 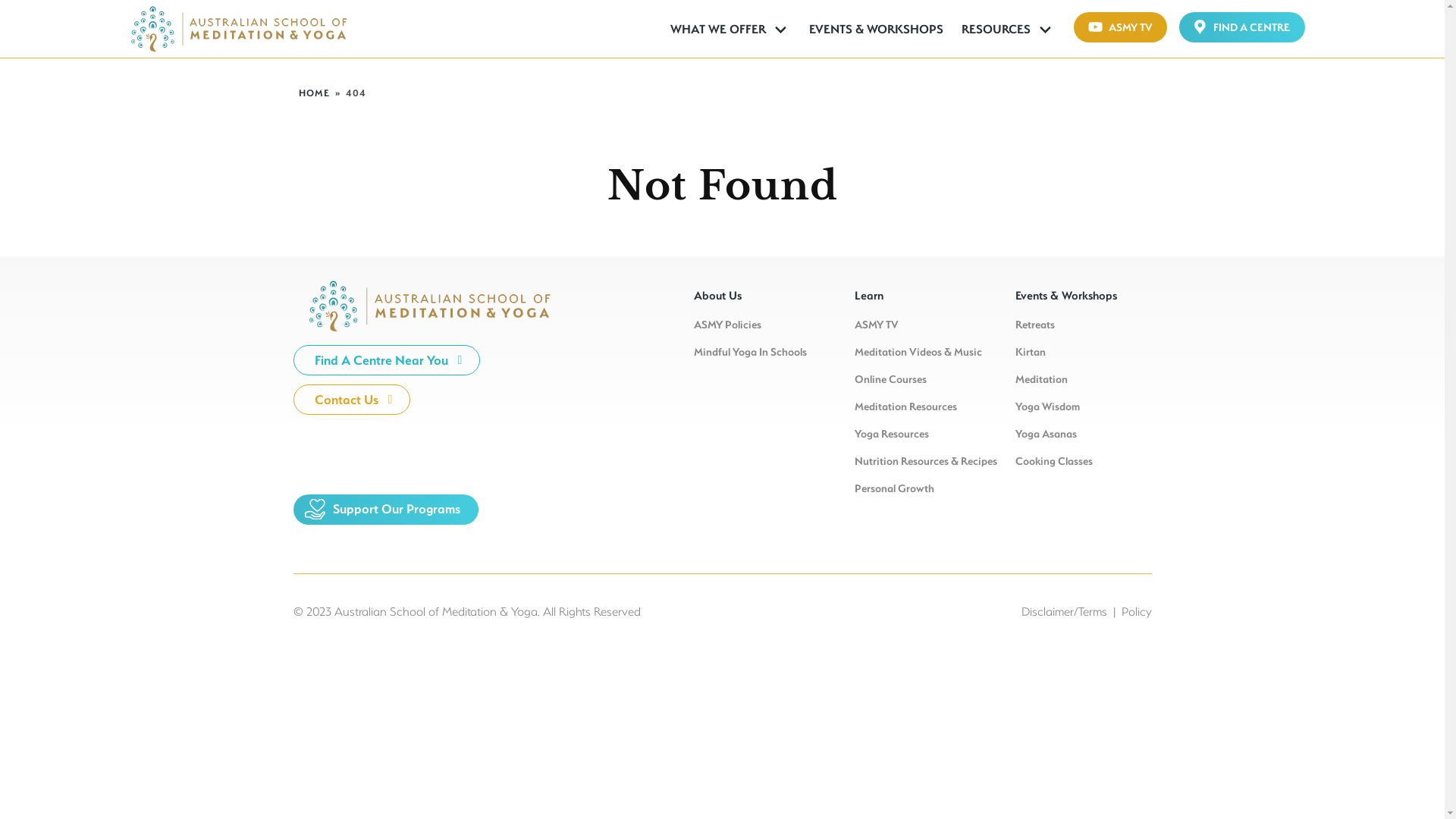 I want to click on 'Kirtan', so click(x=1030, y=351).